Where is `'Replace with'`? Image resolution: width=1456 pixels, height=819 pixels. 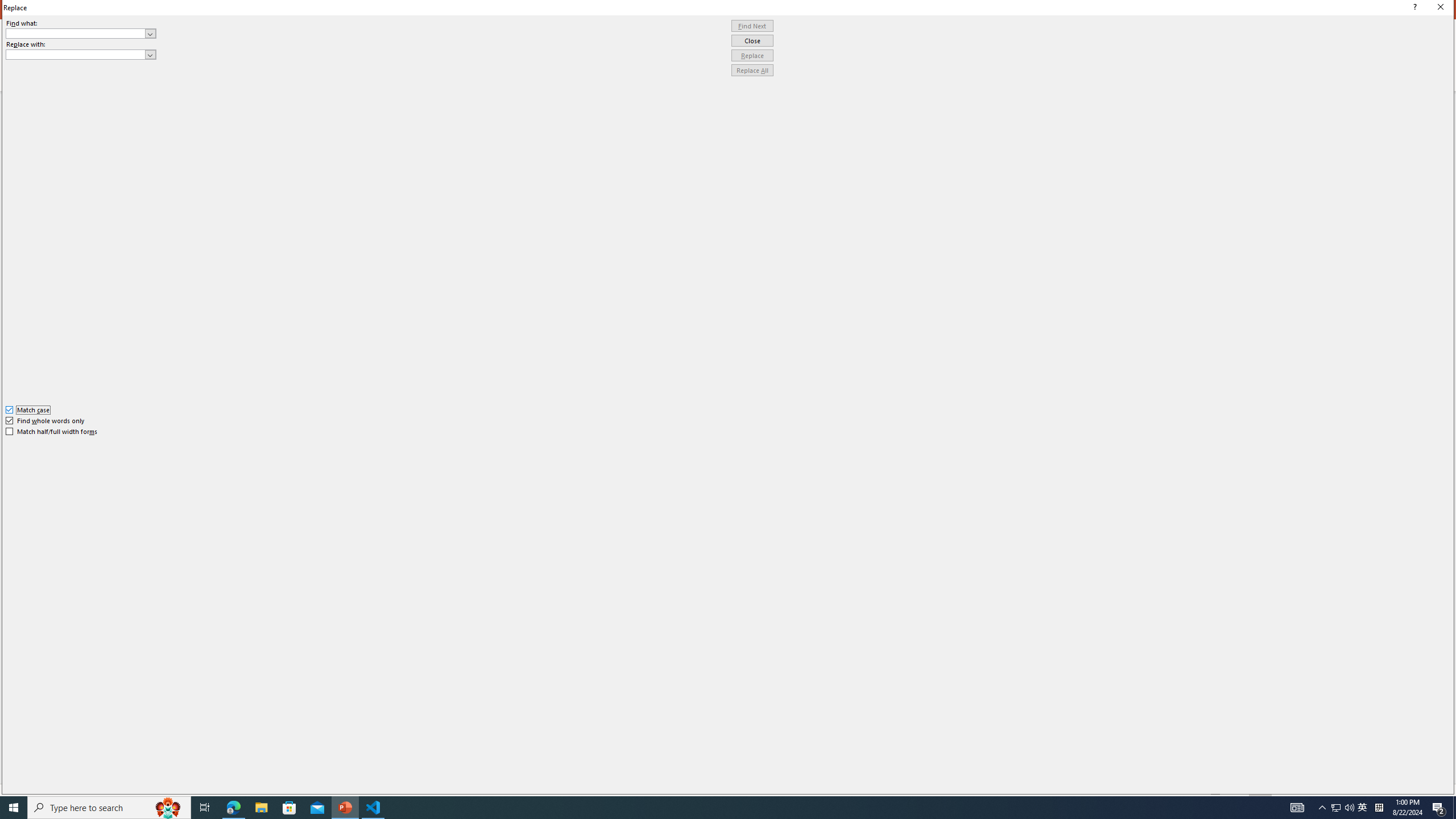
'Replace with' is located at coordinates (81, 54).